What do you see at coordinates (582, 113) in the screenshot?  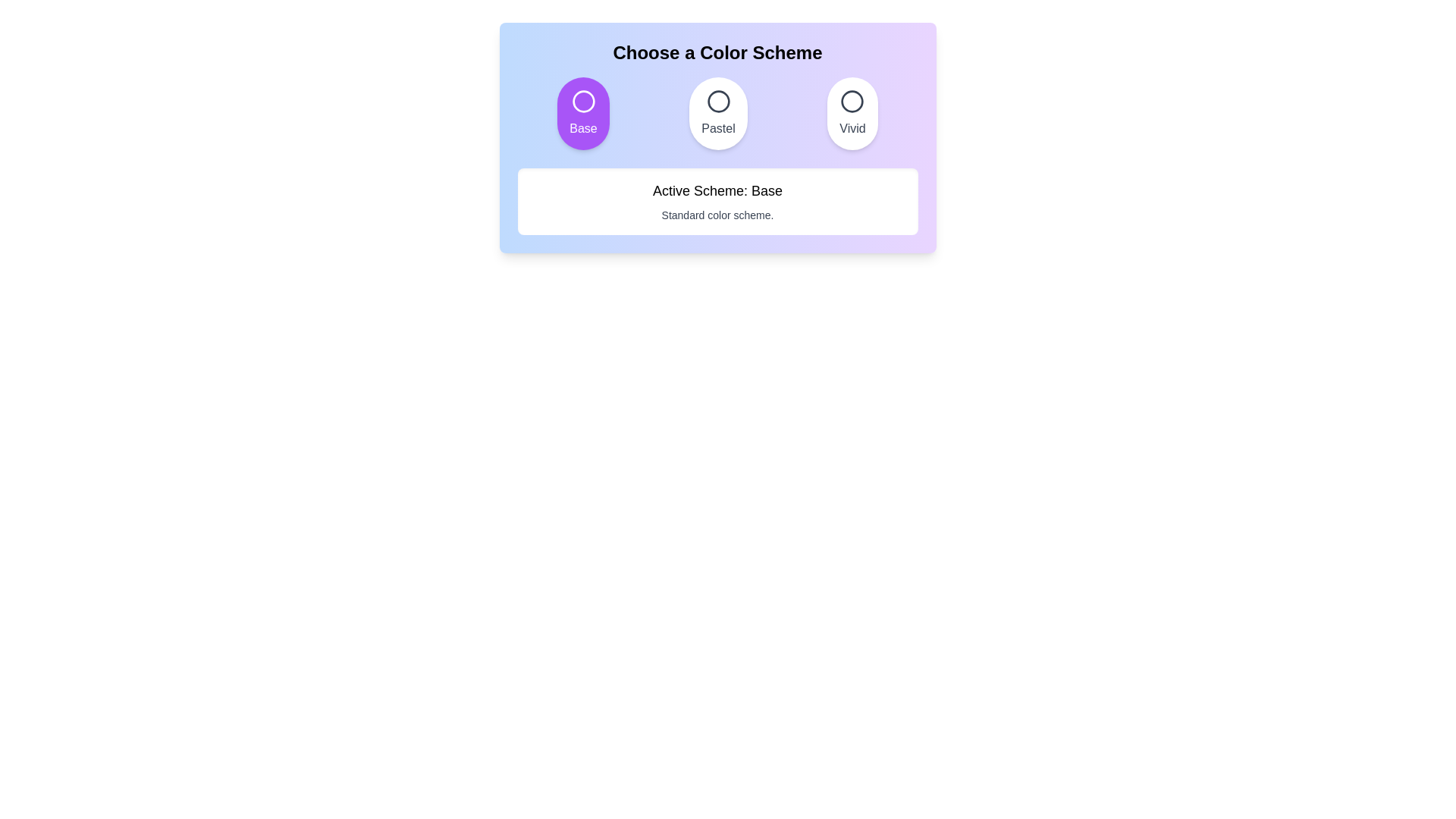 I see `the color scheme Base by clicking its corresponding button` at bounding box center [582, 113].